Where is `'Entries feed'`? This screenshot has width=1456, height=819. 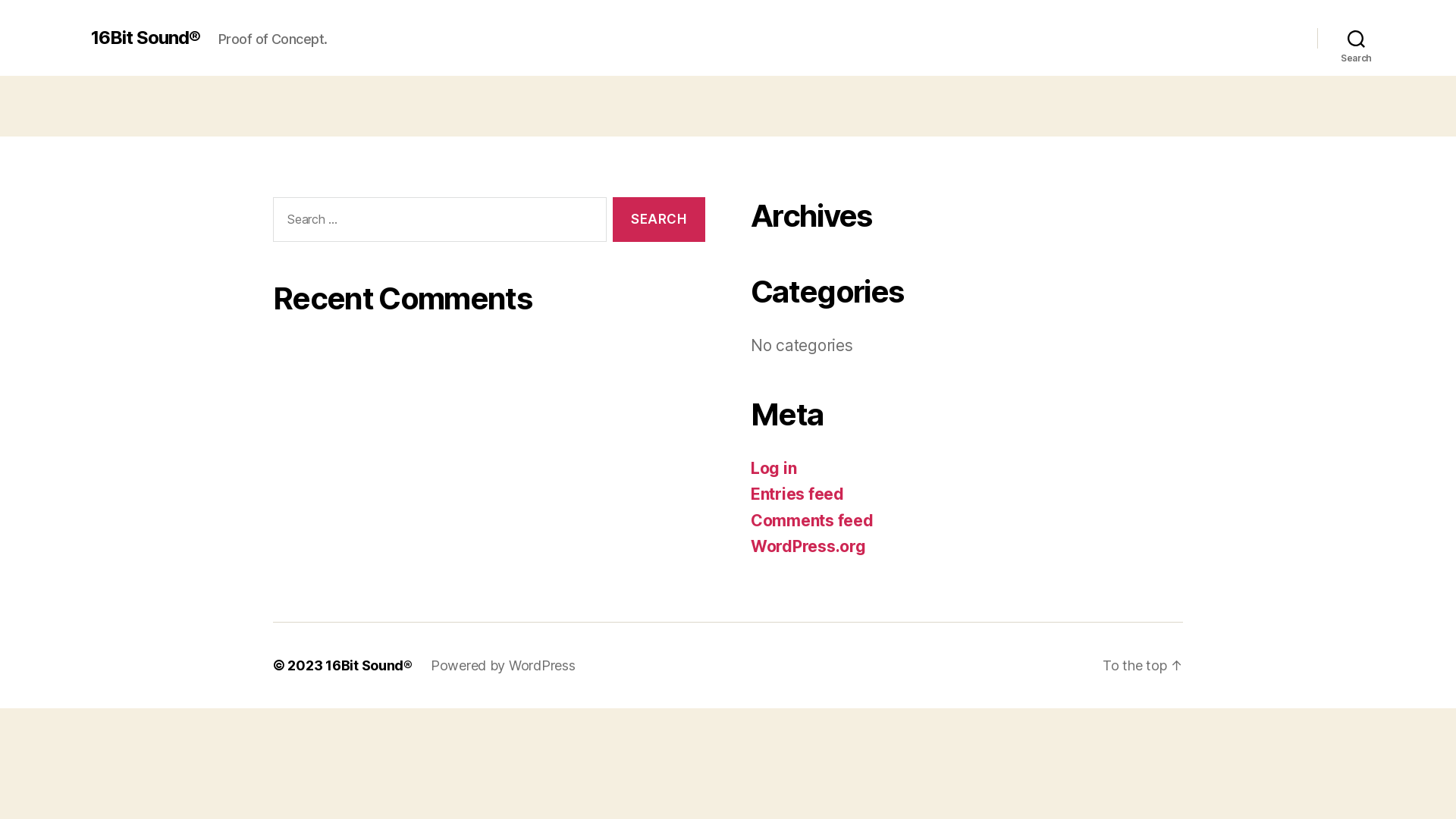
'Entries feed' is located at coordinates (796, 494).